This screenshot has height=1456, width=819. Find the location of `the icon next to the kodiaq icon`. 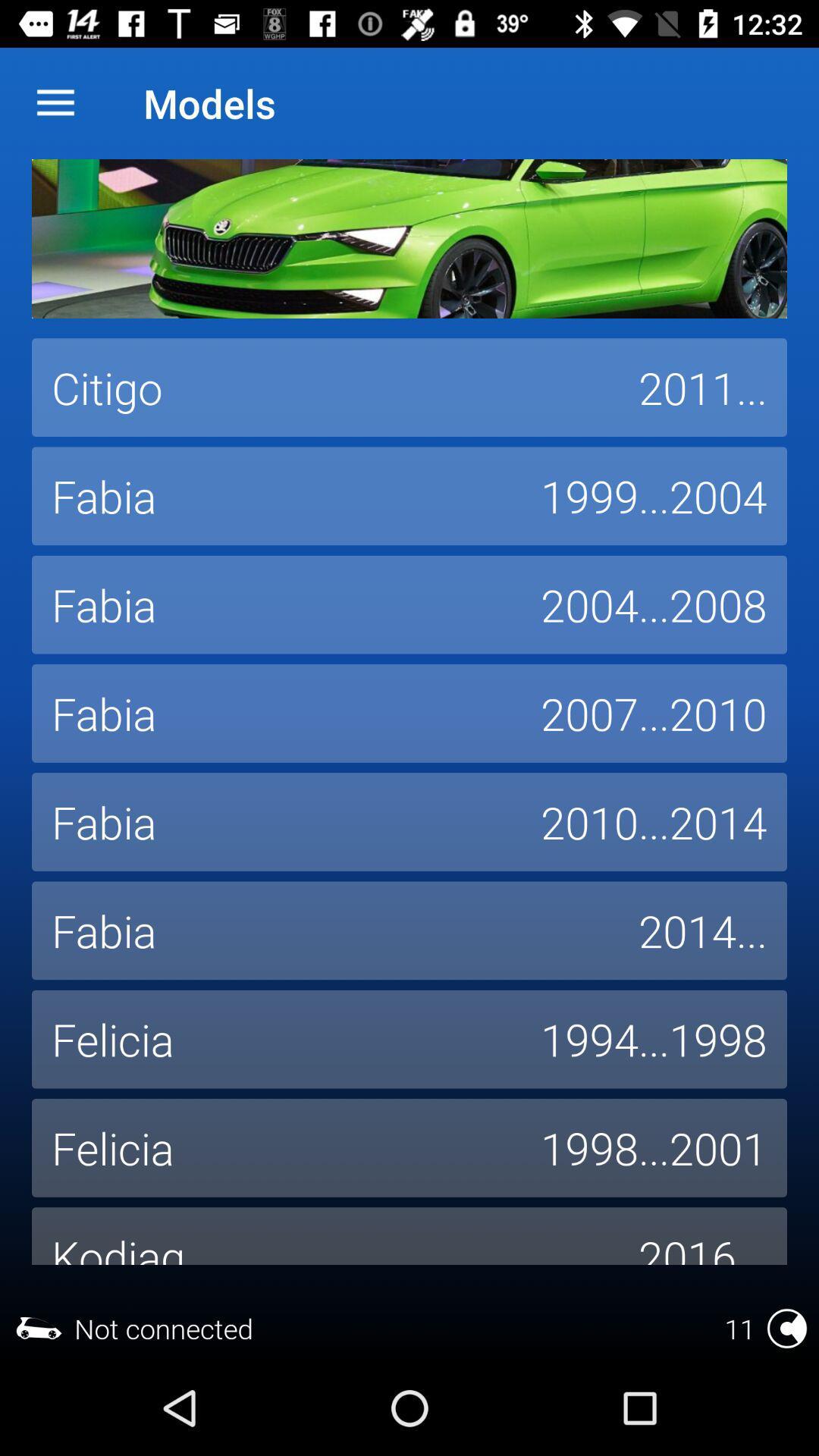

the icon next to the kodiaq icon is located at coordinates (702, 1236).